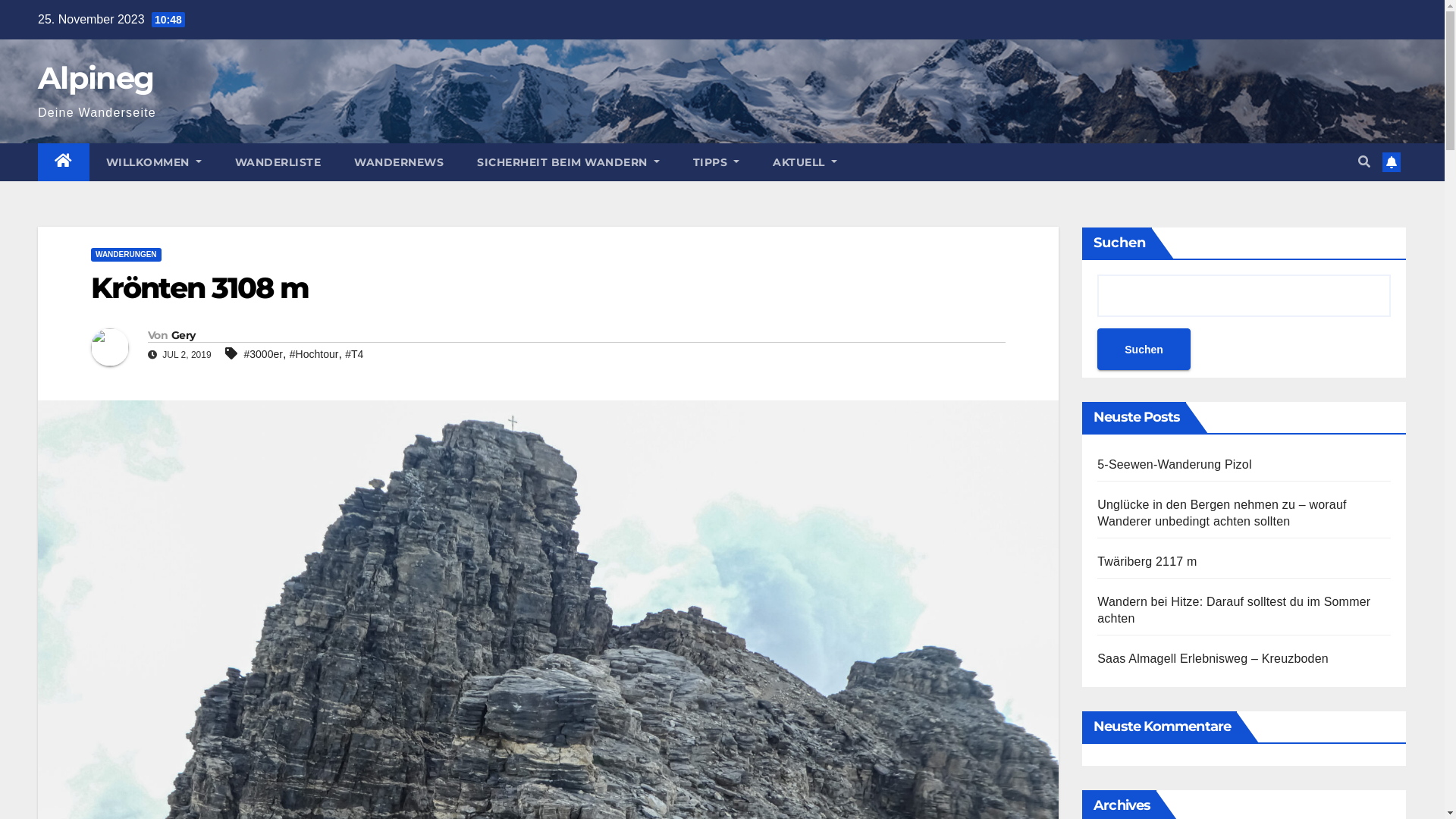 The height and width of the screenshot is (819, 1456). Describe the element at coordinates (171, 334) in the screenshot. I see `'Gery'` at that location.